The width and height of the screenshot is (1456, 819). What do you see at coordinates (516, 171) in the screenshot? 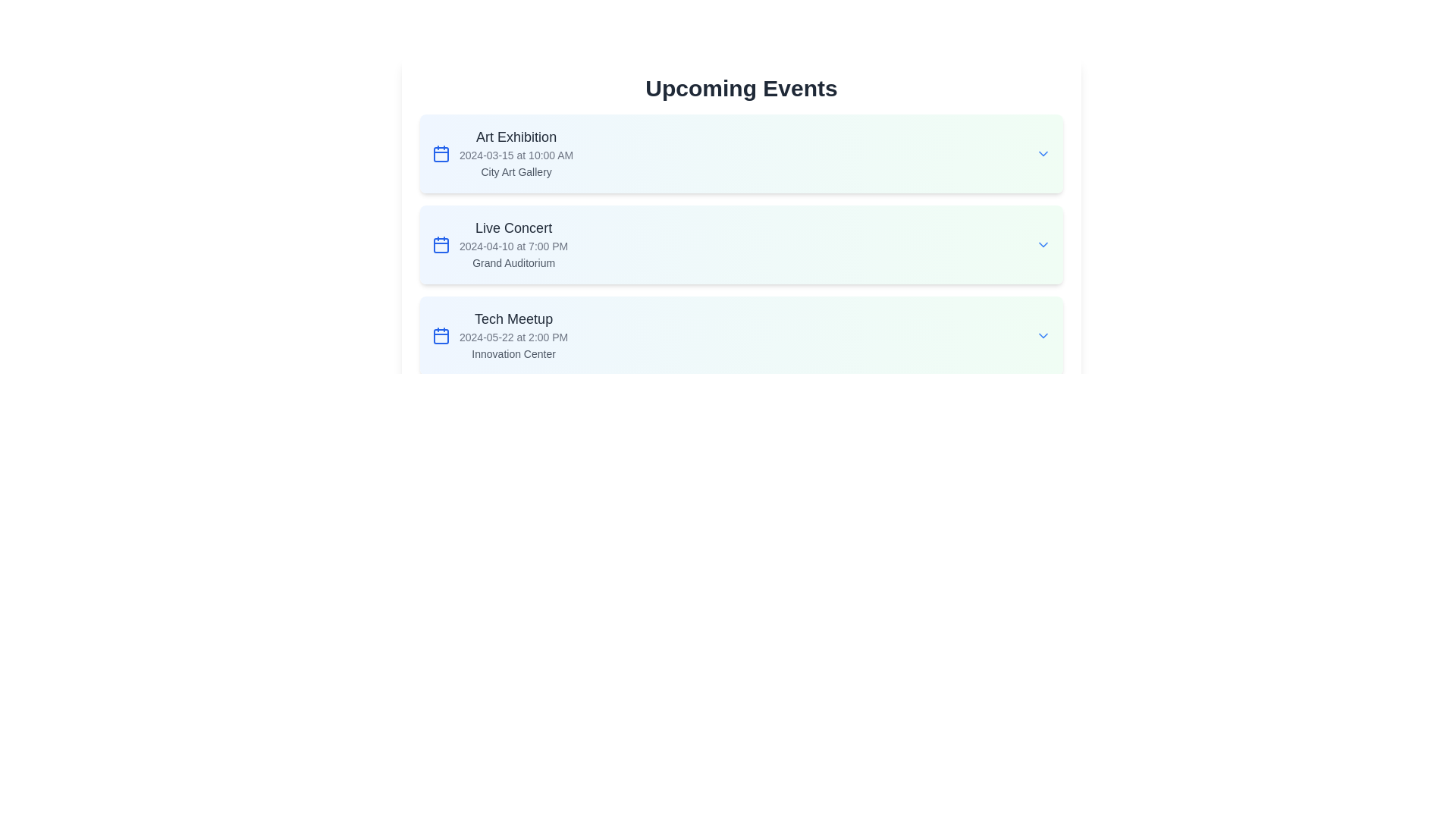
I see `the static text label reading 'City Art Gallery', which is styled in a small, gray font and located below the event date within the 'Art Exhibition' section of the 'Upcoming Events' list` at bounding box center [516, 171].